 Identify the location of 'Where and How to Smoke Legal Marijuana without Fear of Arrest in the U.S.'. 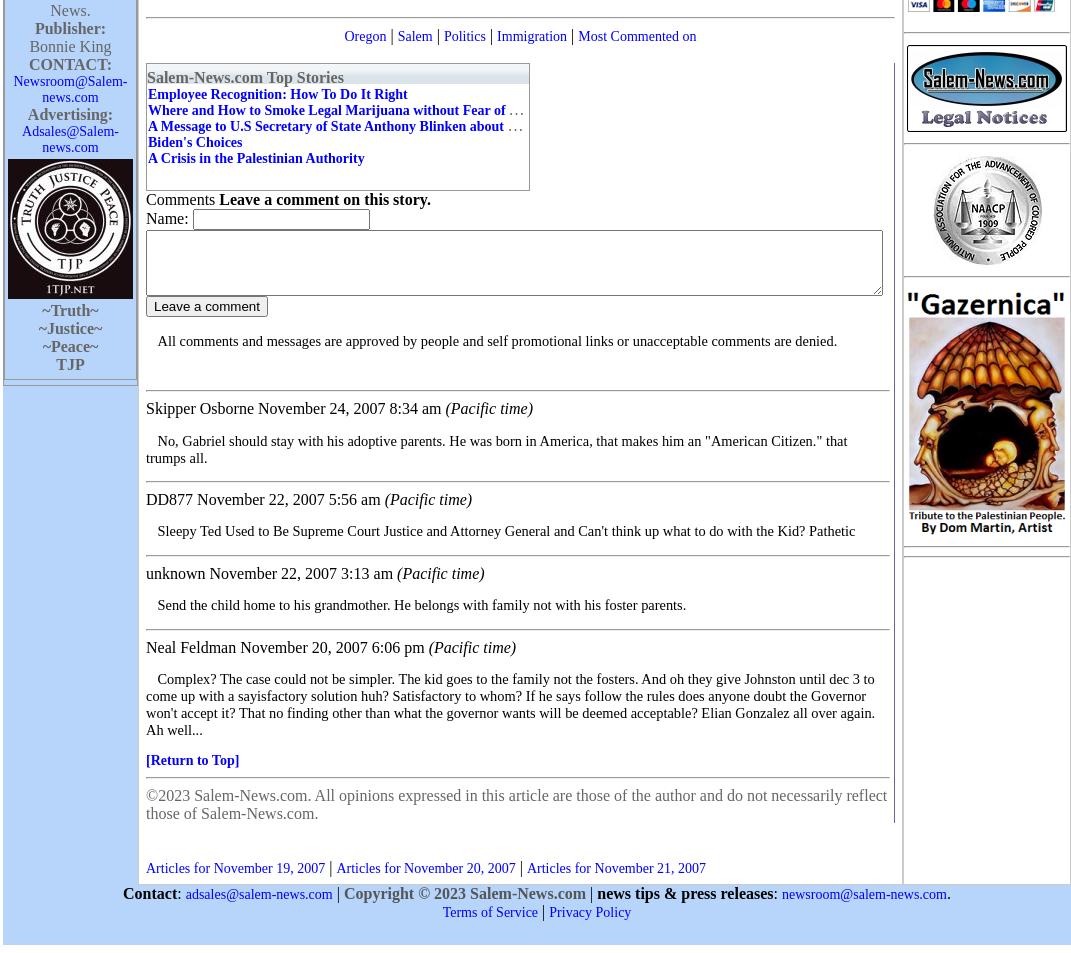
(148, 108).